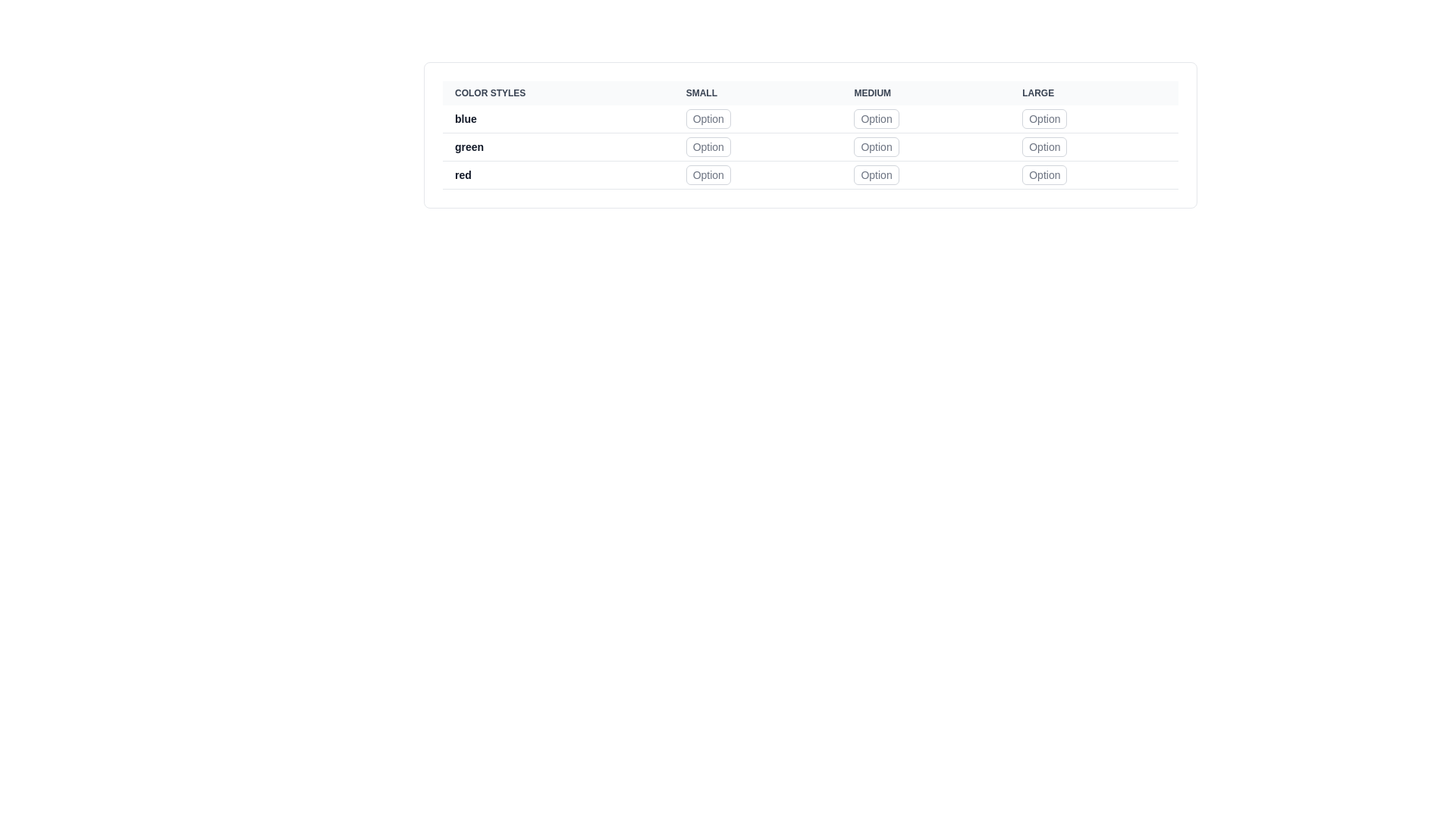 The width and height of the screenshot is (1456, 819). What do you see at coordinates (1043, 118) in the screenshot?
I see `the rectangular button labeled 'Option' with a light blue background and gray border, located in the last column under 'LARGE' heading, first row aligned with 'blue'` at bounding box center [1043, 118].